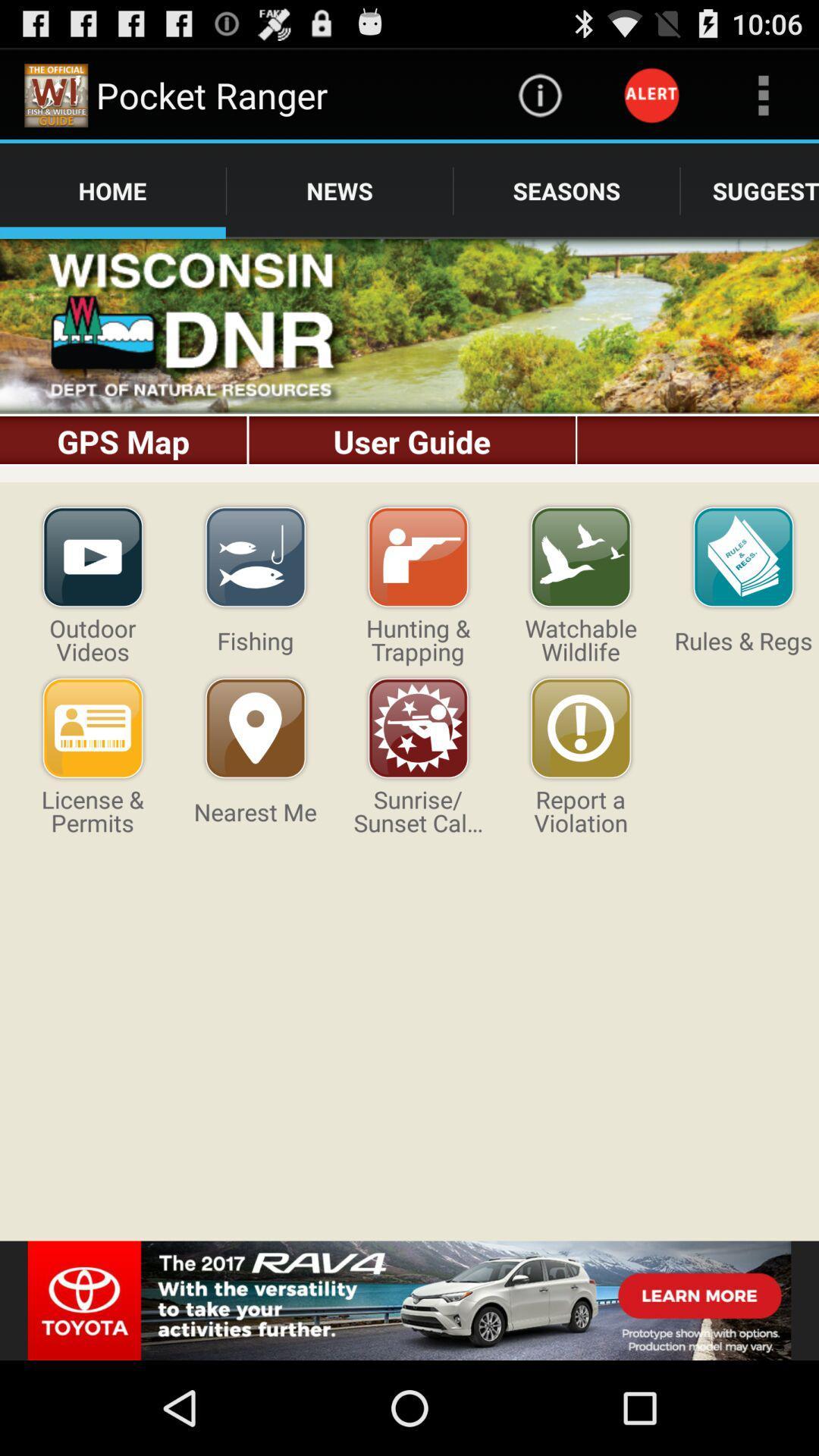 The image size is (819, 1456). I want to click on view add, so click(409, 1300).